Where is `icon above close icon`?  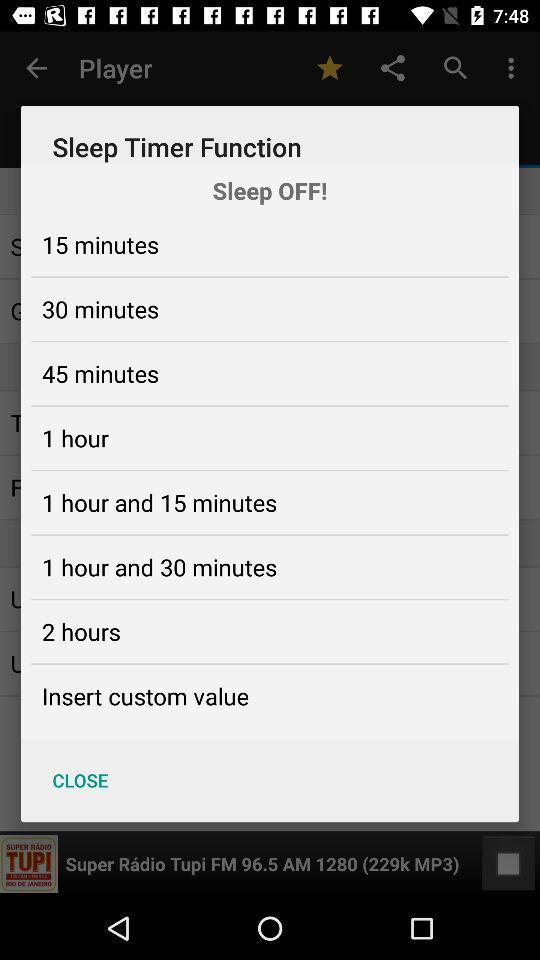 icon above close icon is located at coordinates (144, 696).